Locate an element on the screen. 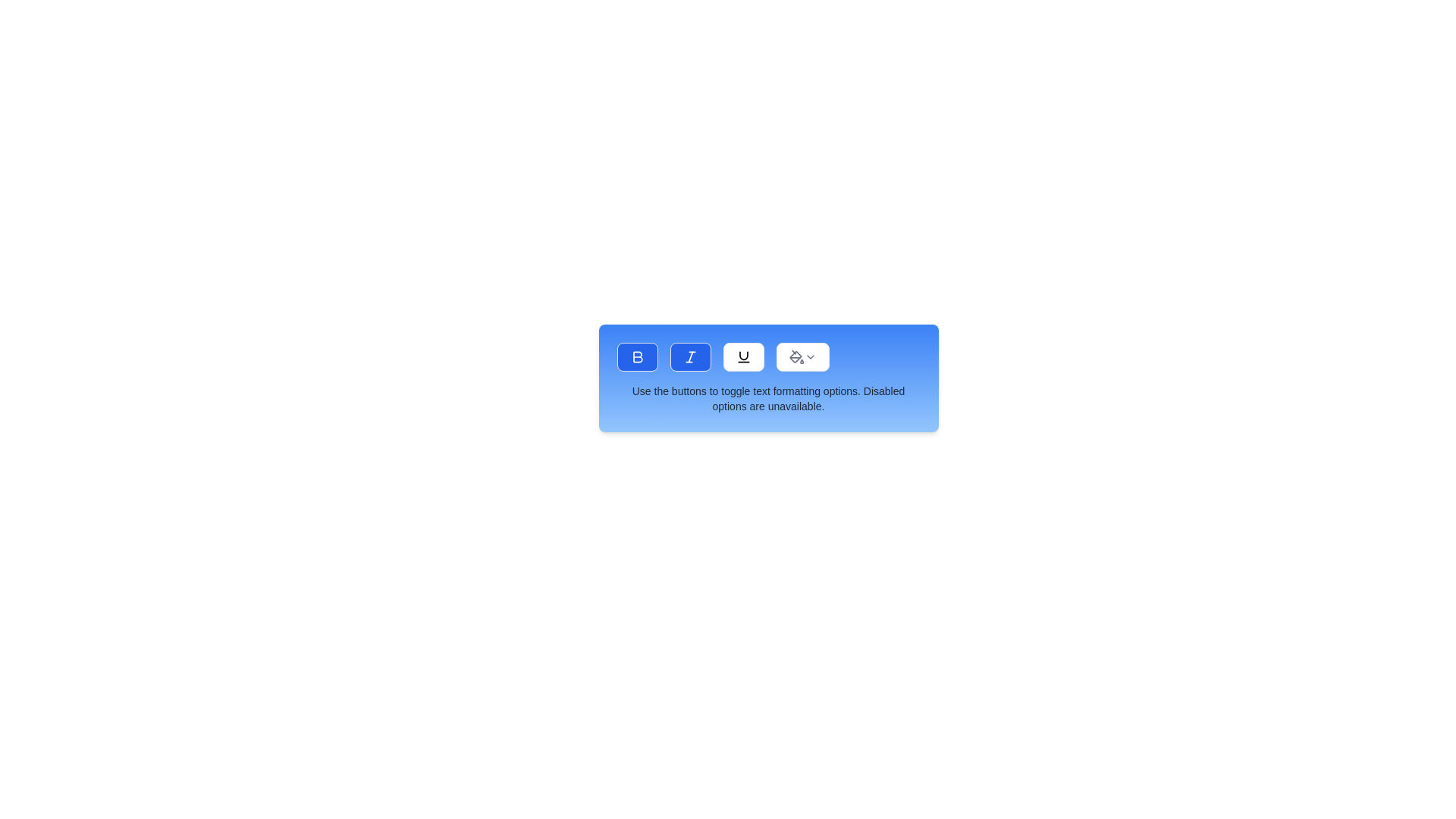 The height and width of the screenshot is (819, 1456). the first button in the row of formatting buttons is located at coordinates (637, 356).